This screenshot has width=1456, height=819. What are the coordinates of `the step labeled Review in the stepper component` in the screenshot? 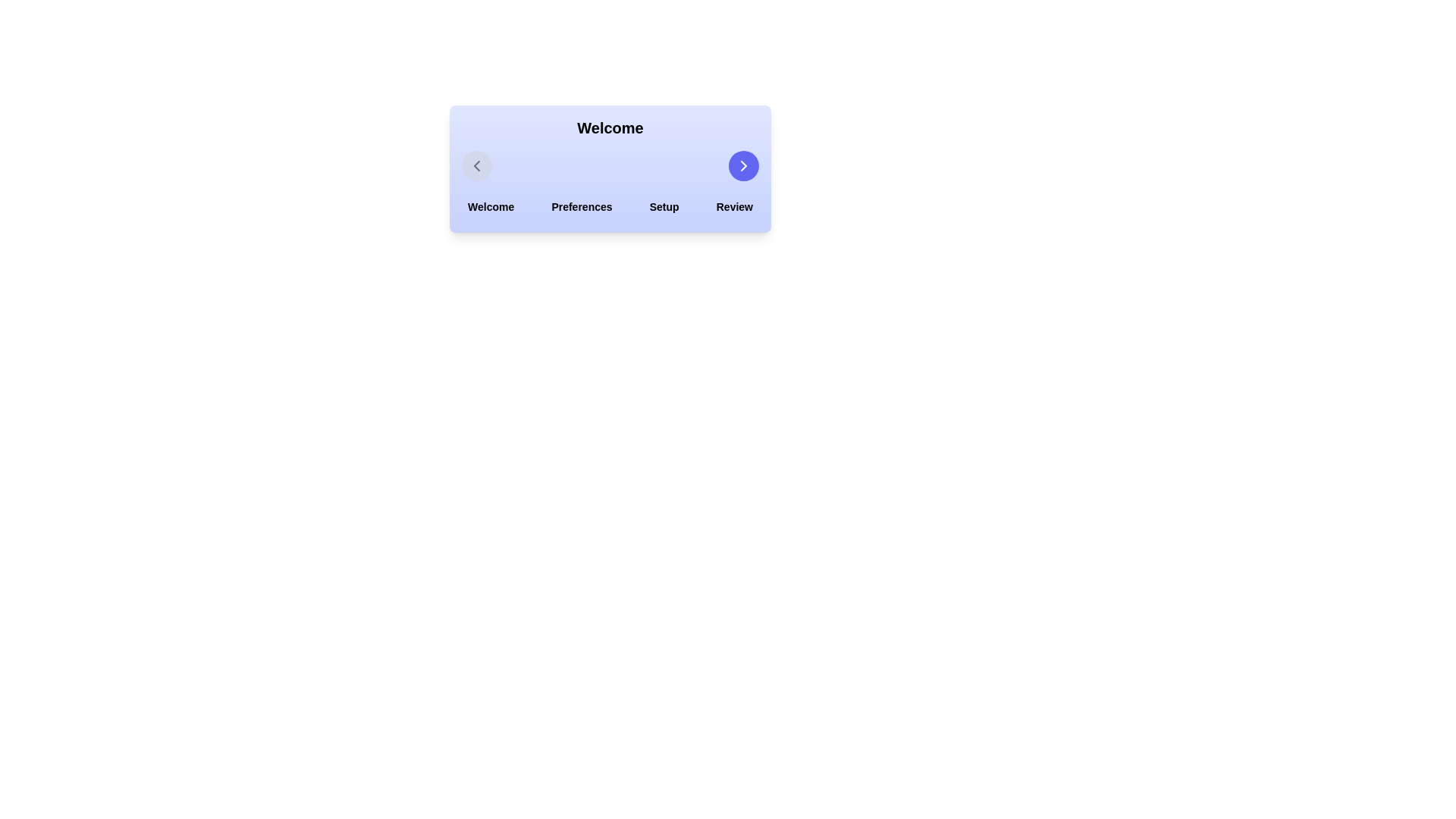 It's located at (734, 207).